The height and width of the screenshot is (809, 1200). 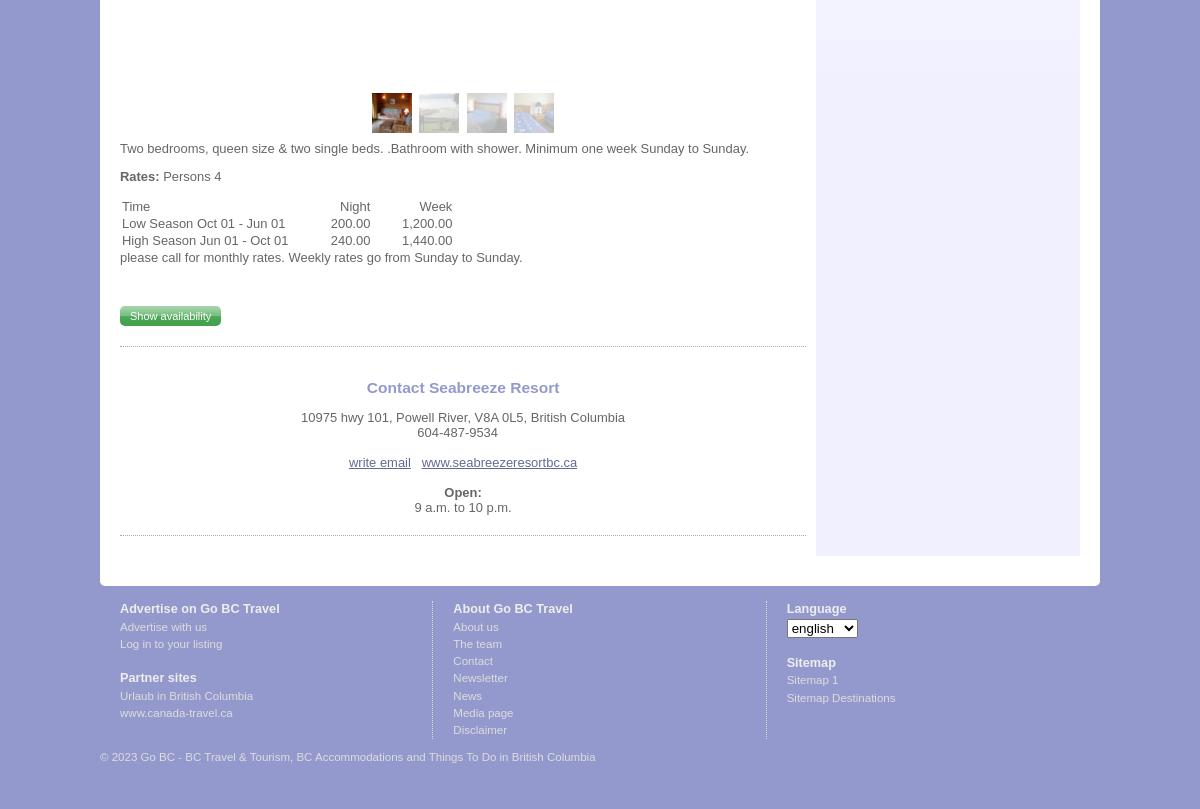 I want to click on 'www.seabreezeresortbc.ca', so click(x=497, y=461).